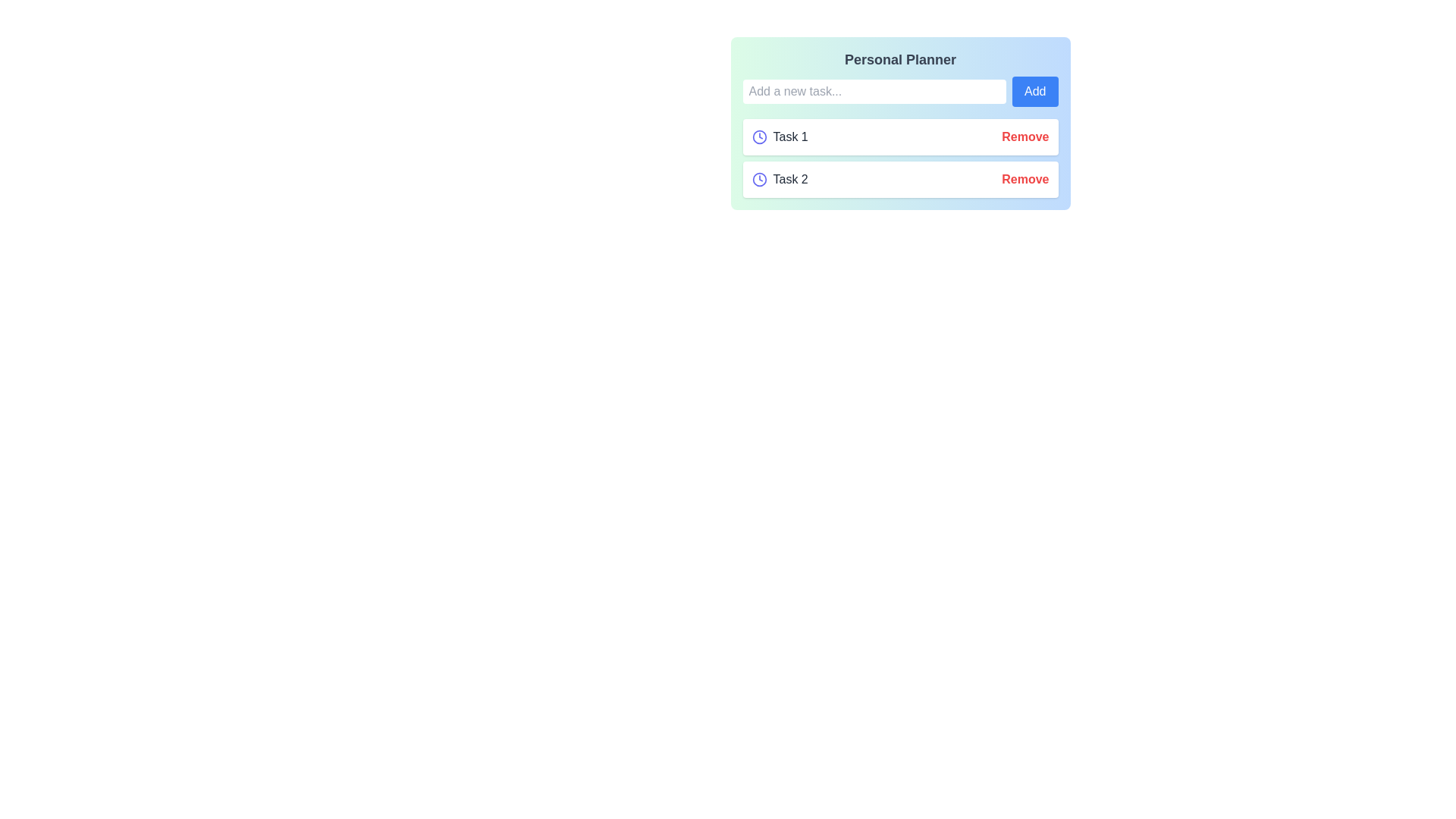 Image resolution: width=1456 pixels, height=819 pixels. What do you see at coordinates (1025, 178) in the screenshot?
I see `'Remove' button for task 2` at bounding box center [1025, 178].